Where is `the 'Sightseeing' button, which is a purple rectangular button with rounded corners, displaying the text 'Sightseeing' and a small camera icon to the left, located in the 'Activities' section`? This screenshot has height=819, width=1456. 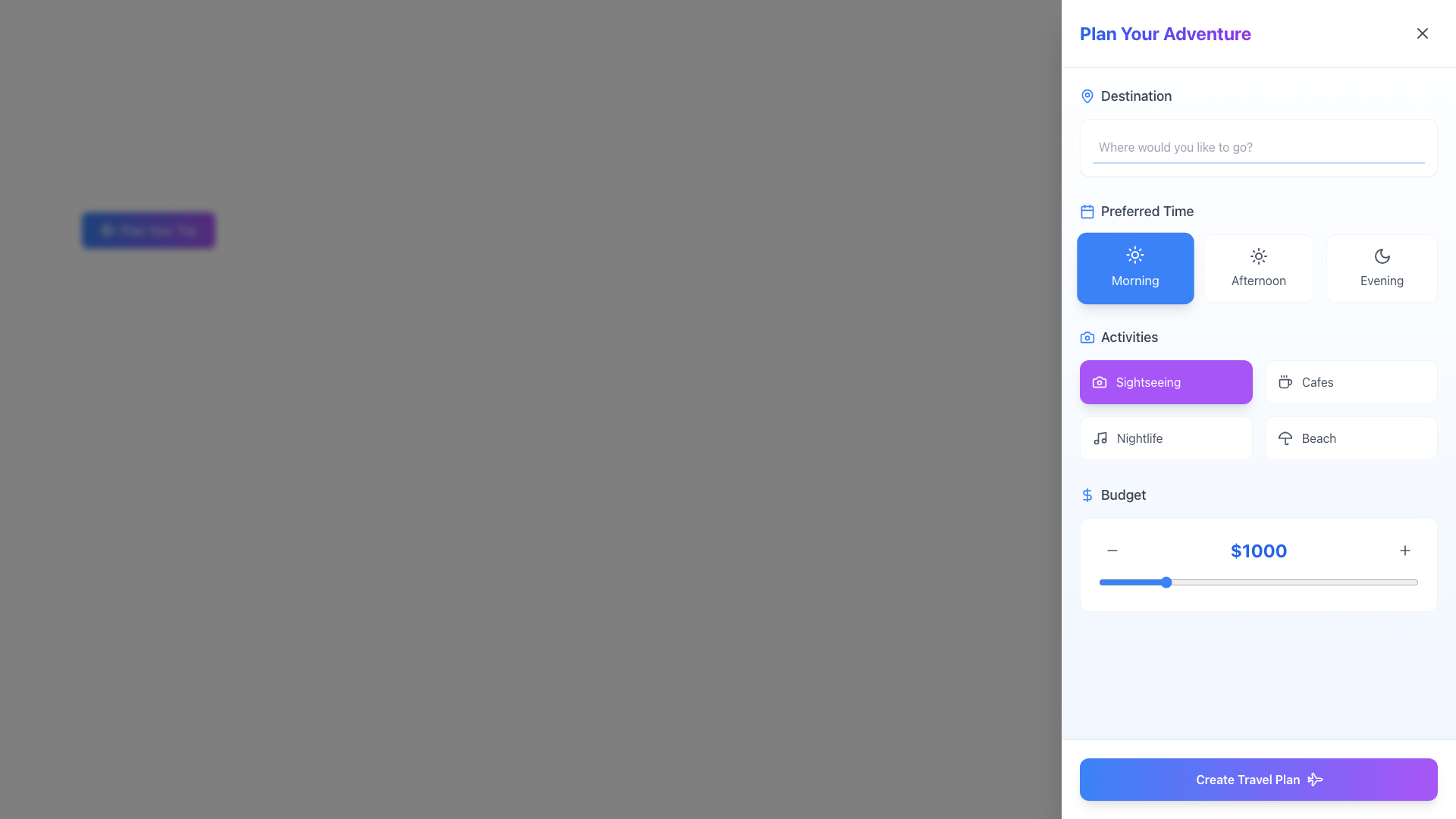 the 'Sightseeing' button, which is a purple rectangular button with rounded corners, displaying the text 'Sightseeing' and a small camera icon to the left, located in the 'Activities' section is located at coordinates (1148, 381).